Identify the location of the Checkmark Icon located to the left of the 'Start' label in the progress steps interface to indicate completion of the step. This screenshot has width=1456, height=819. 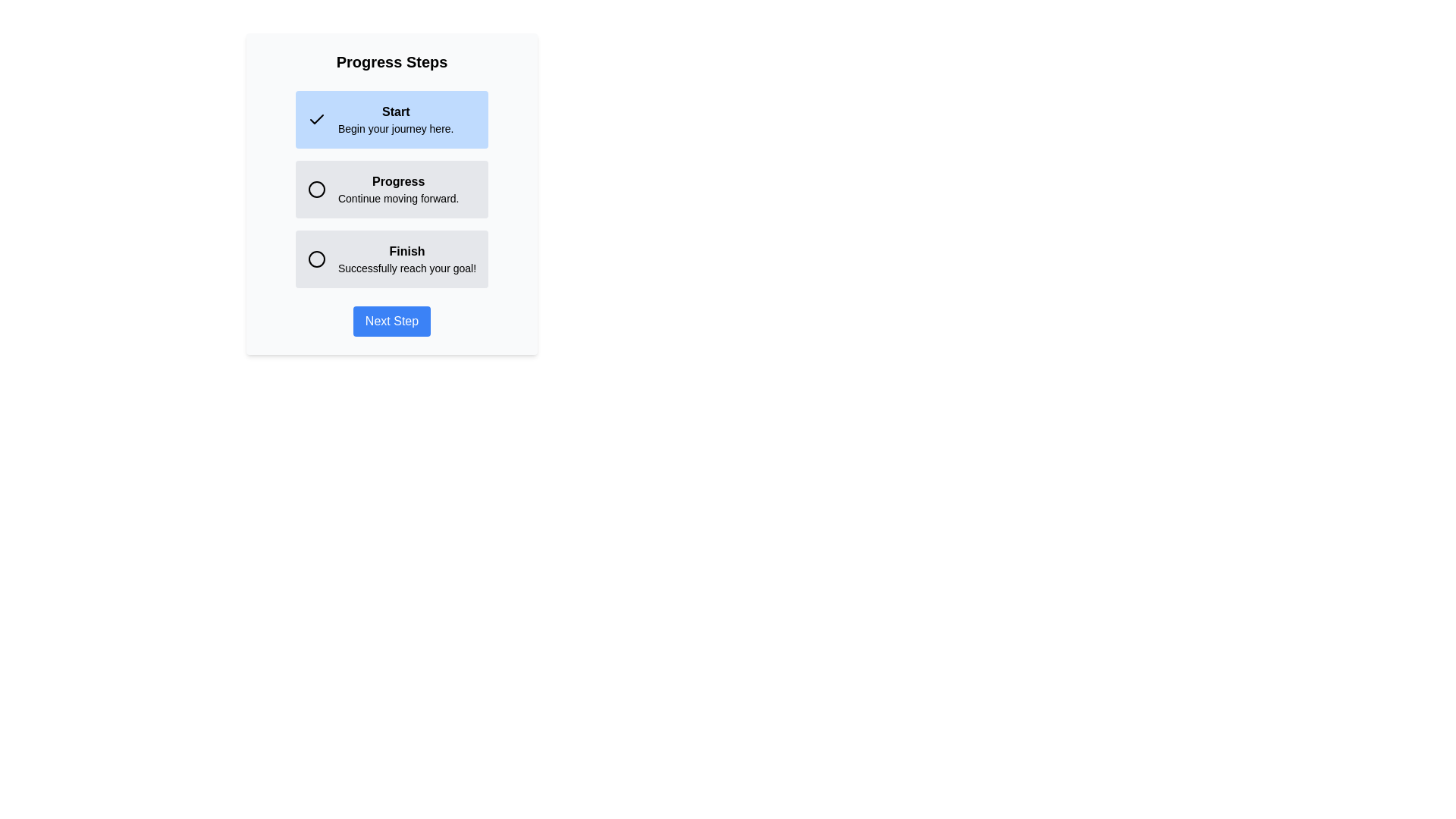
(315, 118).